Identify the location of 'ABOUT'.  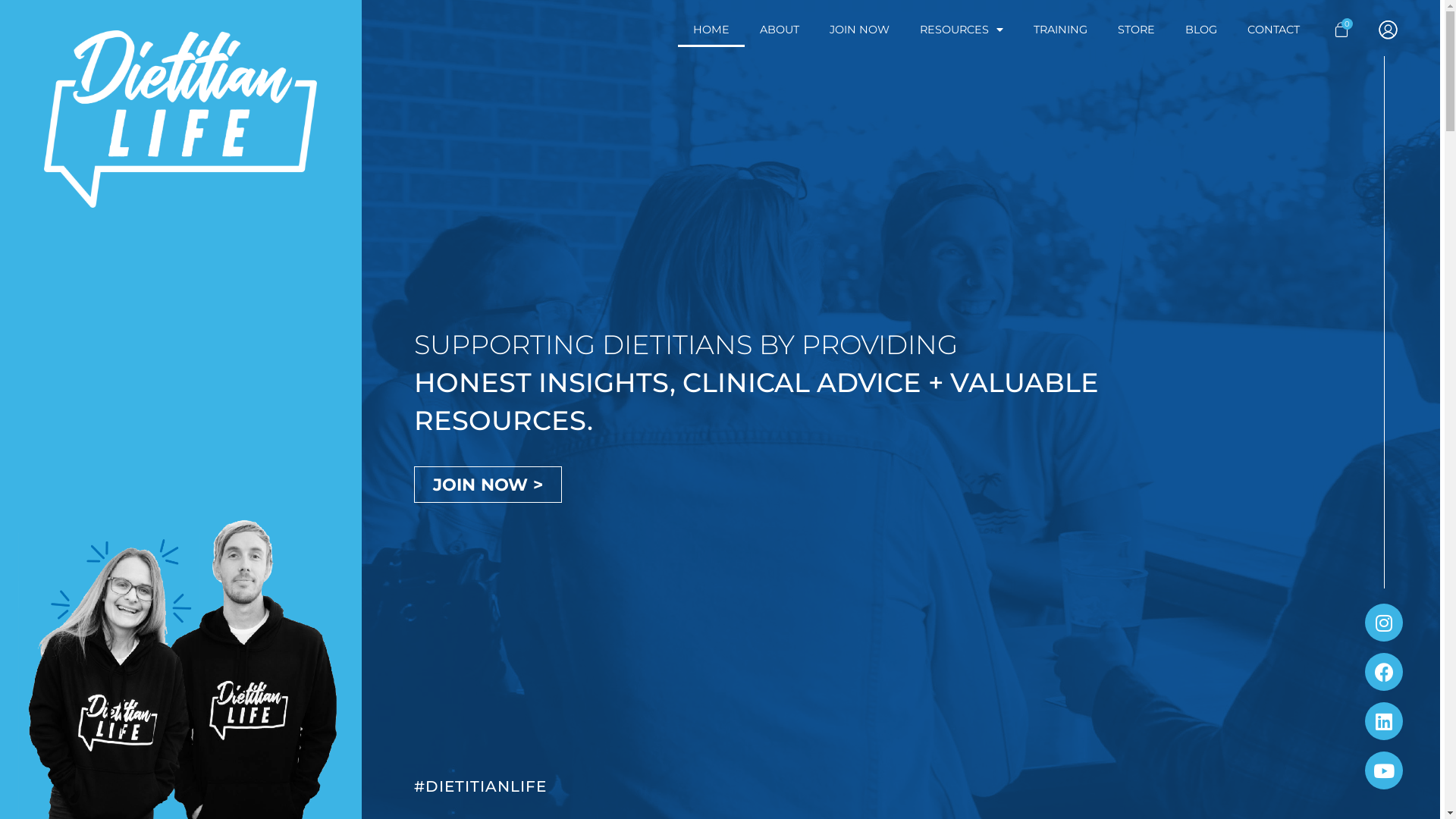
(745, 29).